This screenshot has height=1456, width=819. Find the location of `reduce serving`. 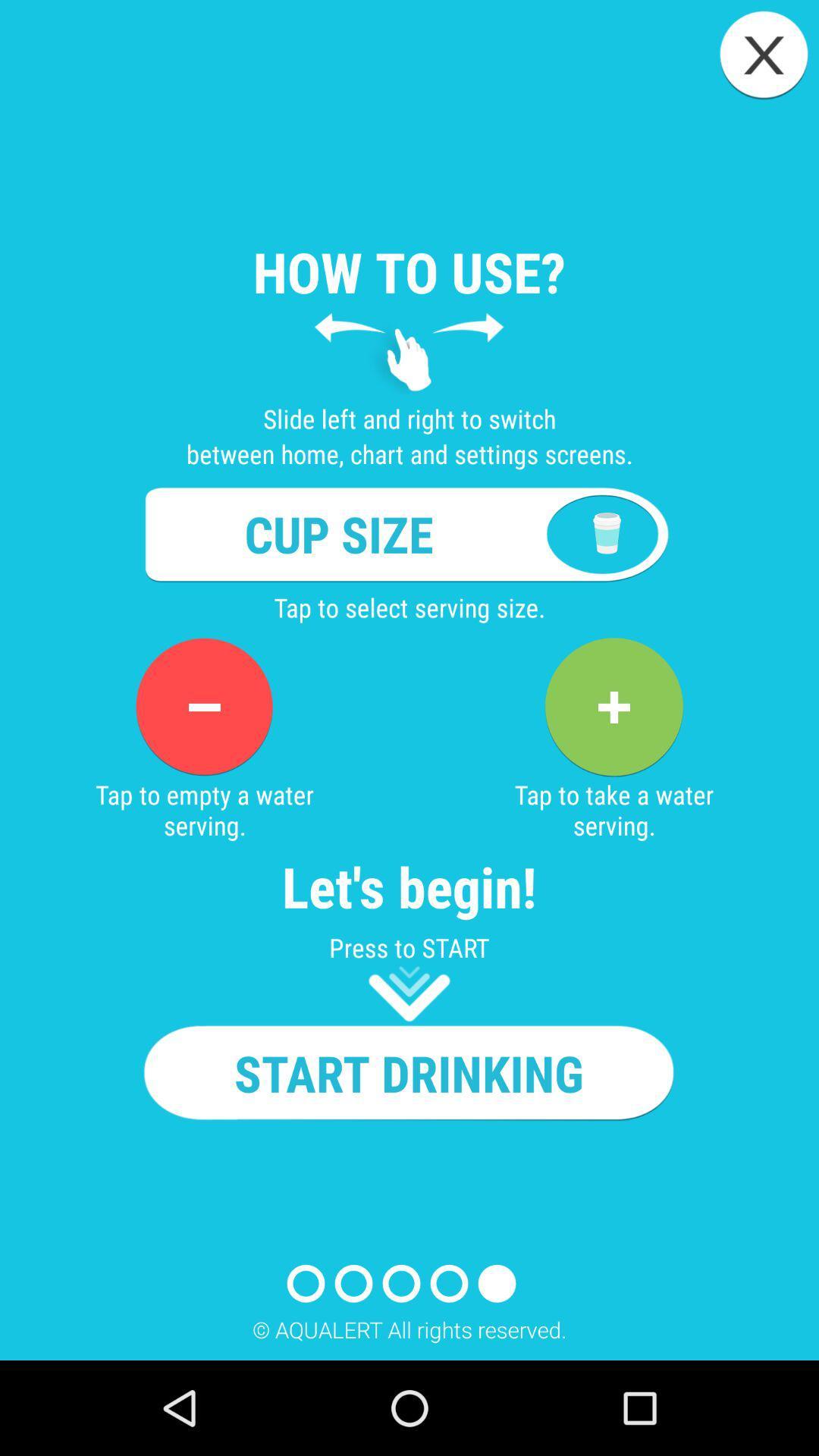

reduce serving is located at coordinates (203, 706).